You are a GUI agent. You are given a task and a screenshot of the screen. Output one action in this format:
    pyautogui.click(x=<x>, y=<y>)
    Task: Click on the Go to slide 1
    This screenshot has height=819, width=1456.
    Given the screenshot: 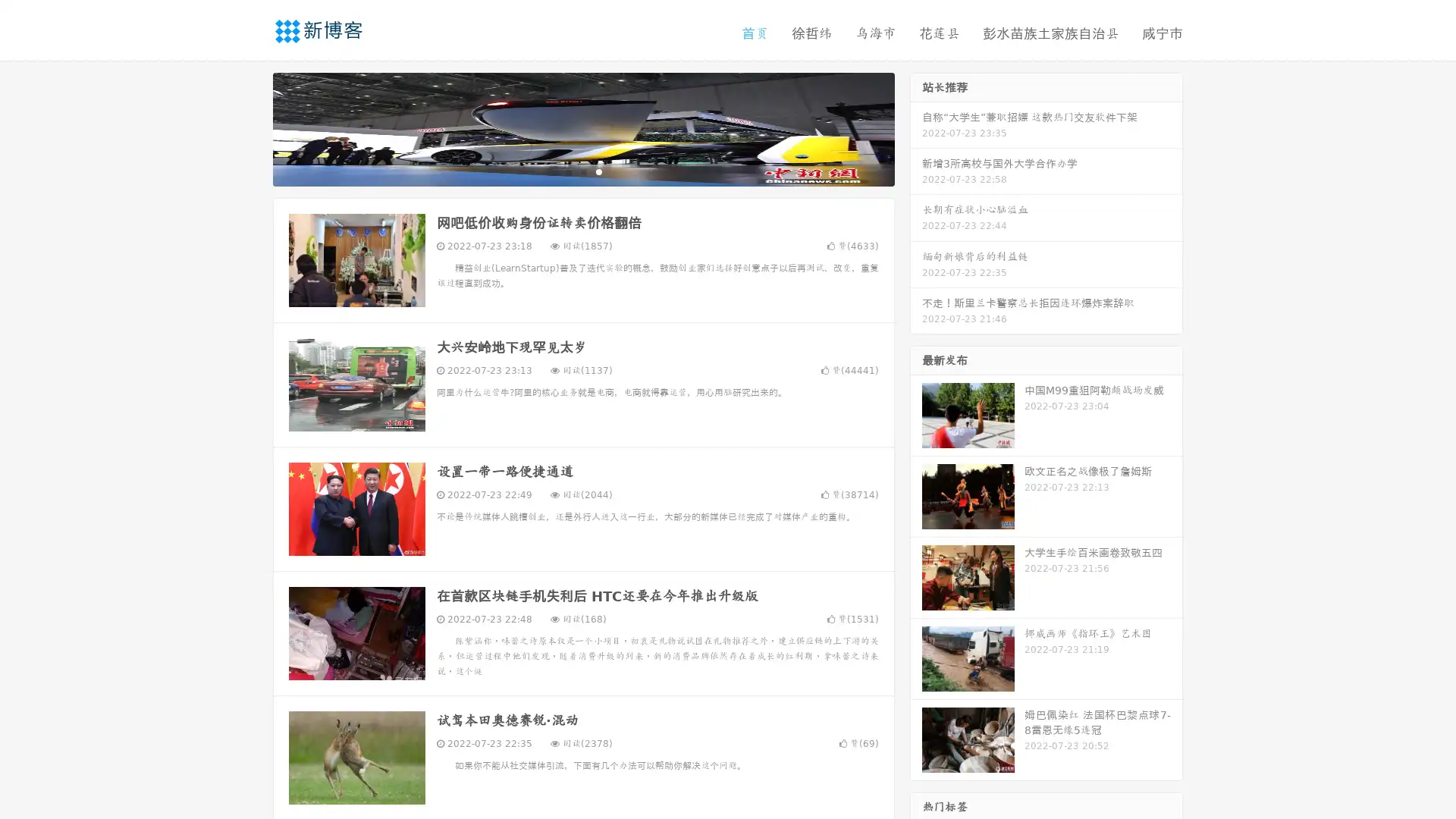 What is the action you would take?
    pyautogui.click(x=567, y=171)
    